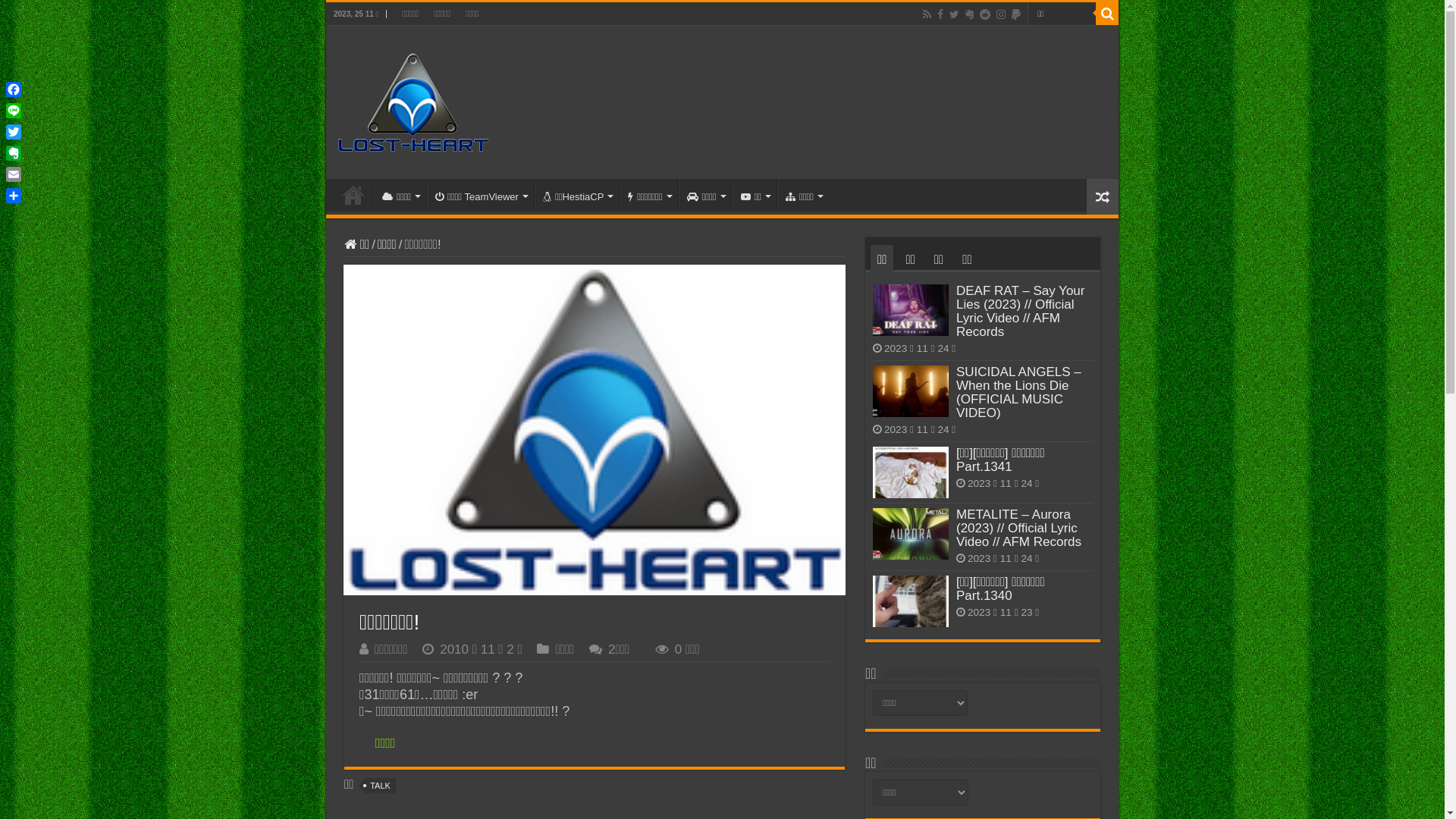 Image resolution: width=1456 pixels, height=819 pixels. Describe the element at coordinates (1001, 14) in the screenshot. I see `'instagram'` at that location.